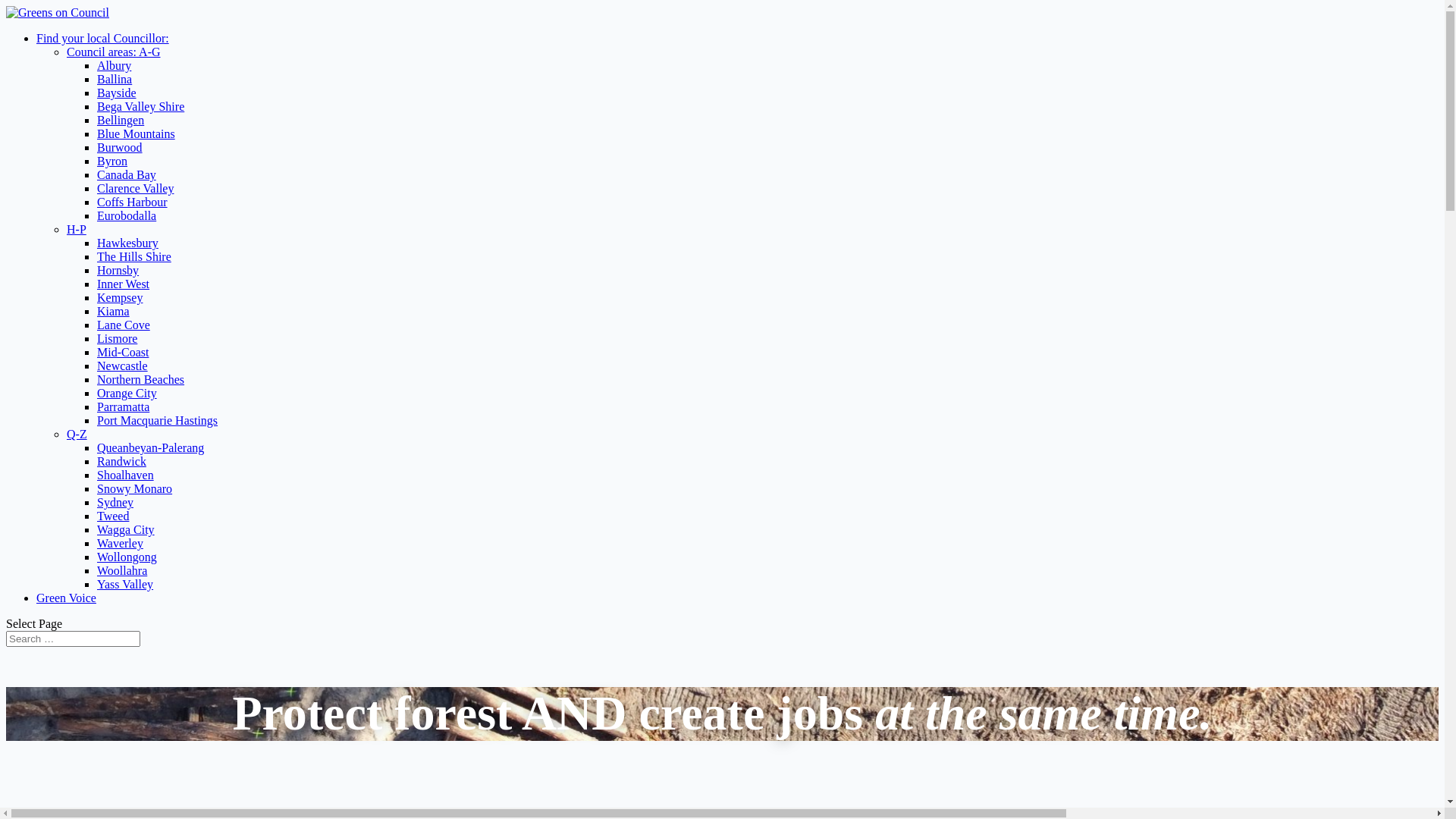 The image size is (1456, 819). I want to click on 'Find your local Councillor:', so click(102, 37).